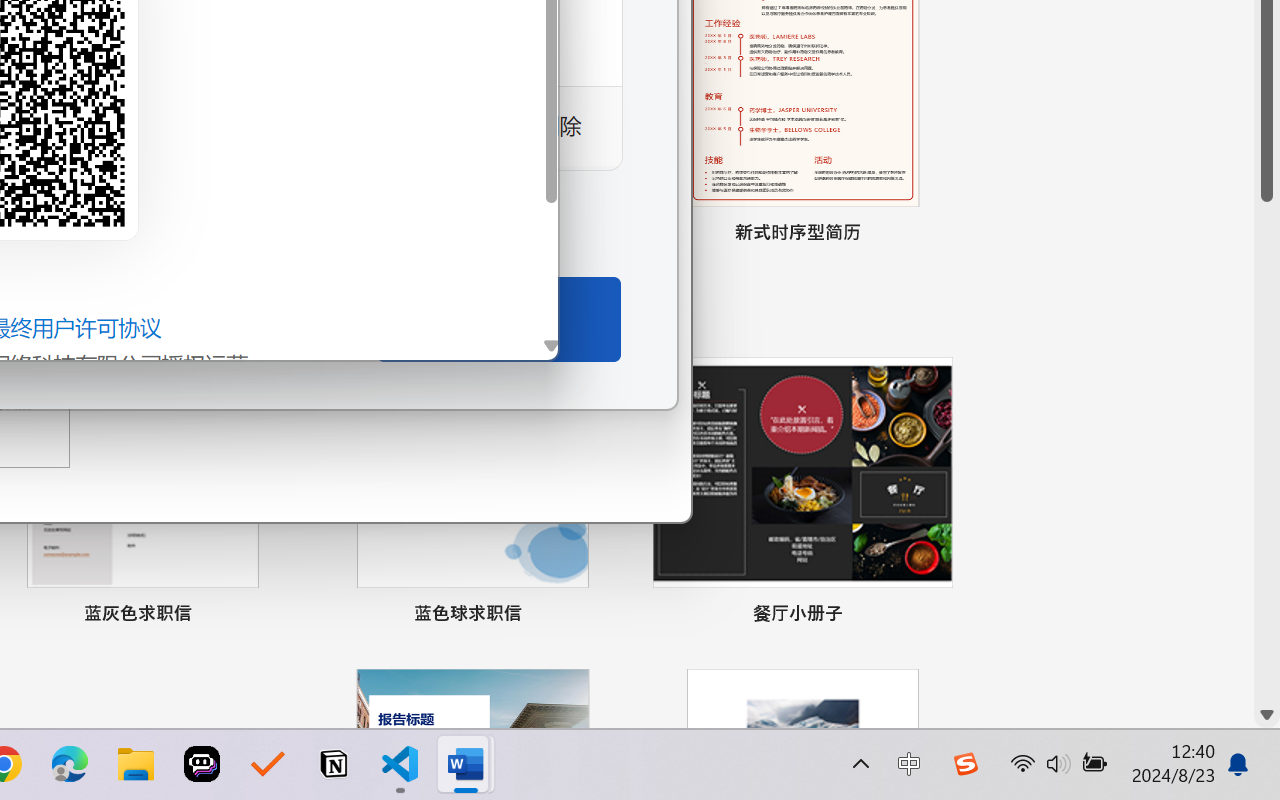 This screenshot has width=1280, height=800. What do you see at coordinates (1266, 714) in the screenshot?
I see `'Line down'` at bounding box center [1266, 714].